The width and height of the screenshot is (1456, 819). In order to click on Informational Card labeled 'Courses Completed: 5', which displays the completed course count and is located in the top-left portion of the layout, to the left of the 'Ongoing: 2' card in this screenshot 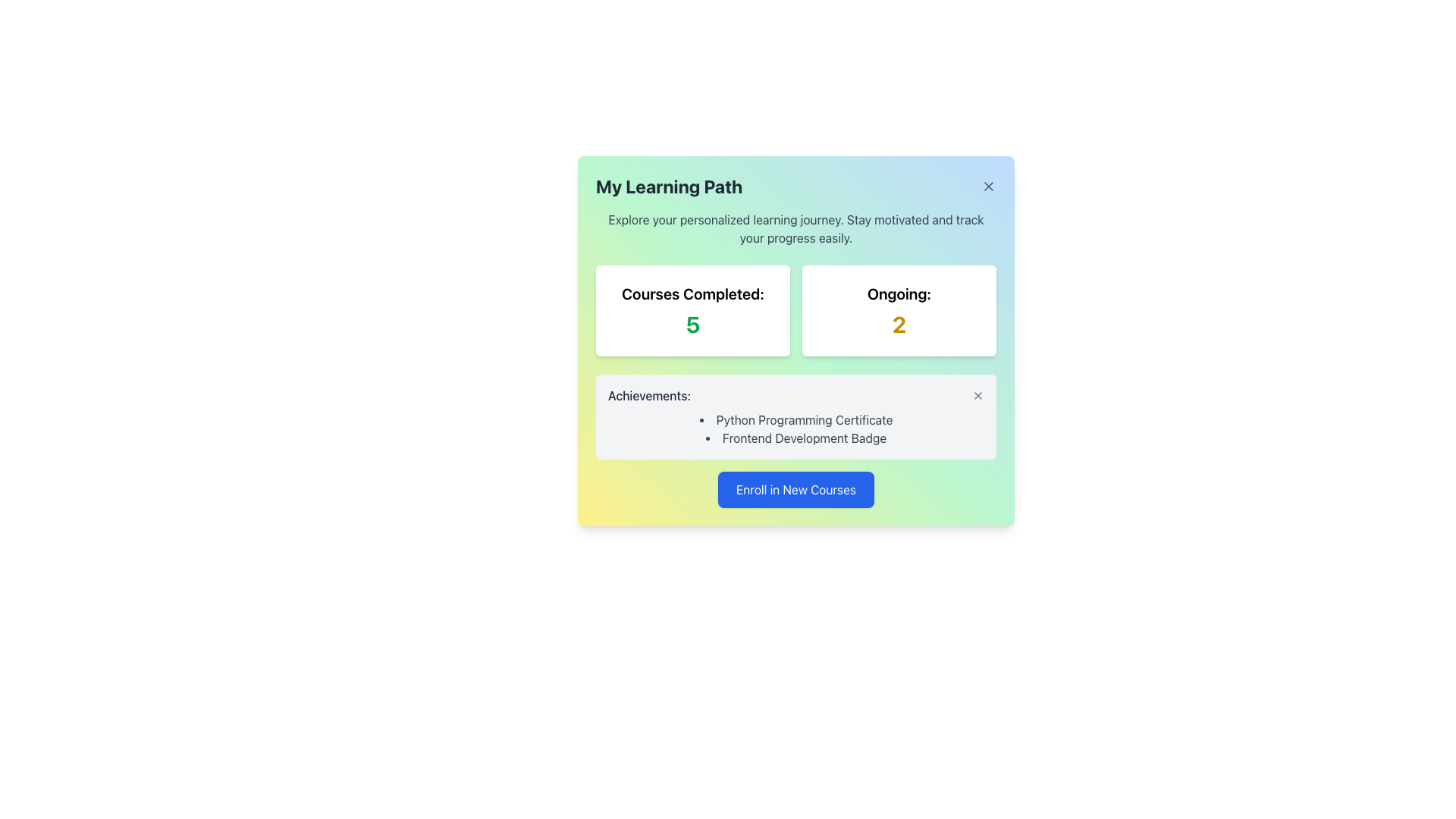, I will do `click(692, 309)`.